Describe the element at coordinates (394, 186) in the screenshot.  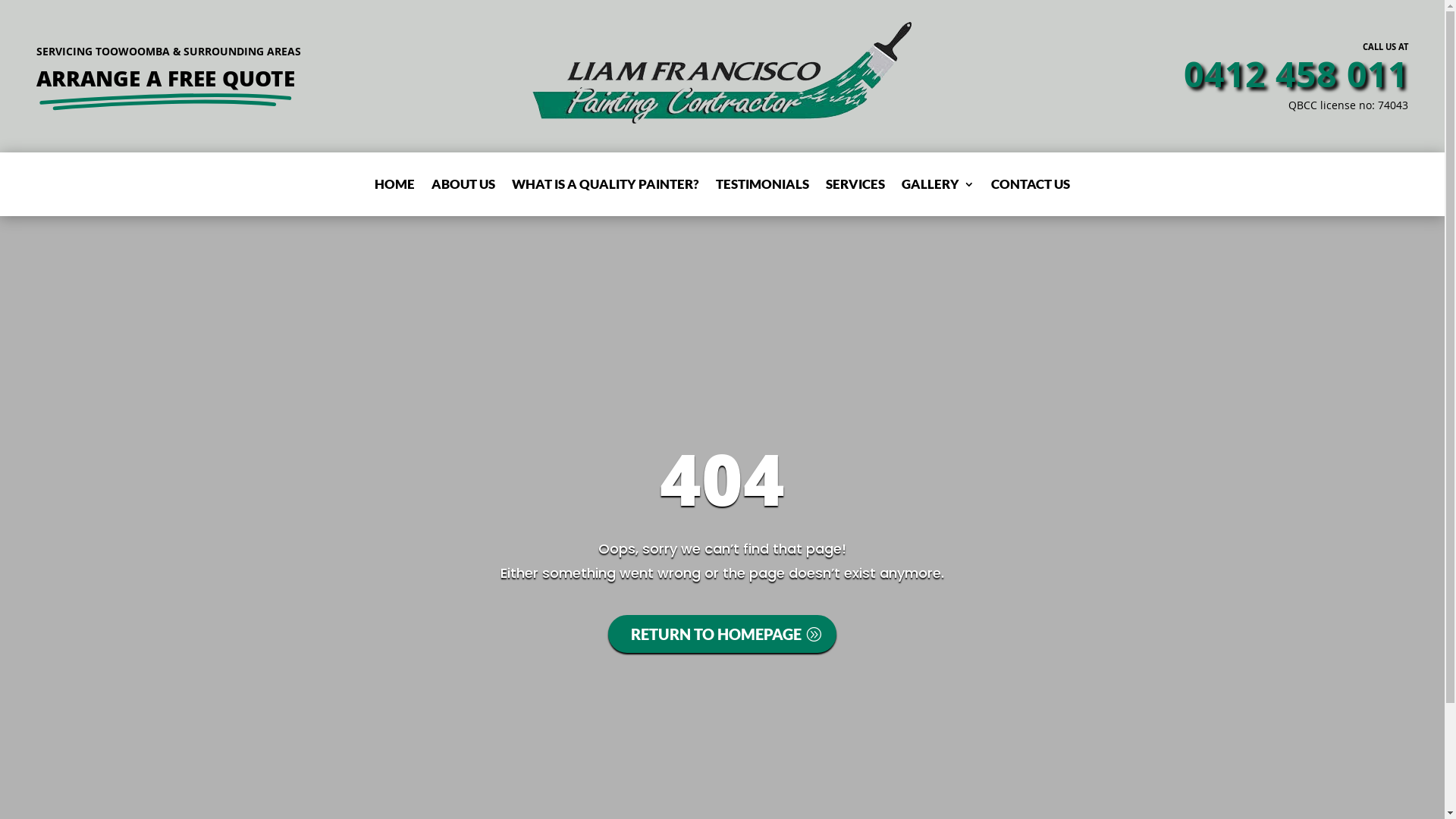
I see `'HOME'` at that location.